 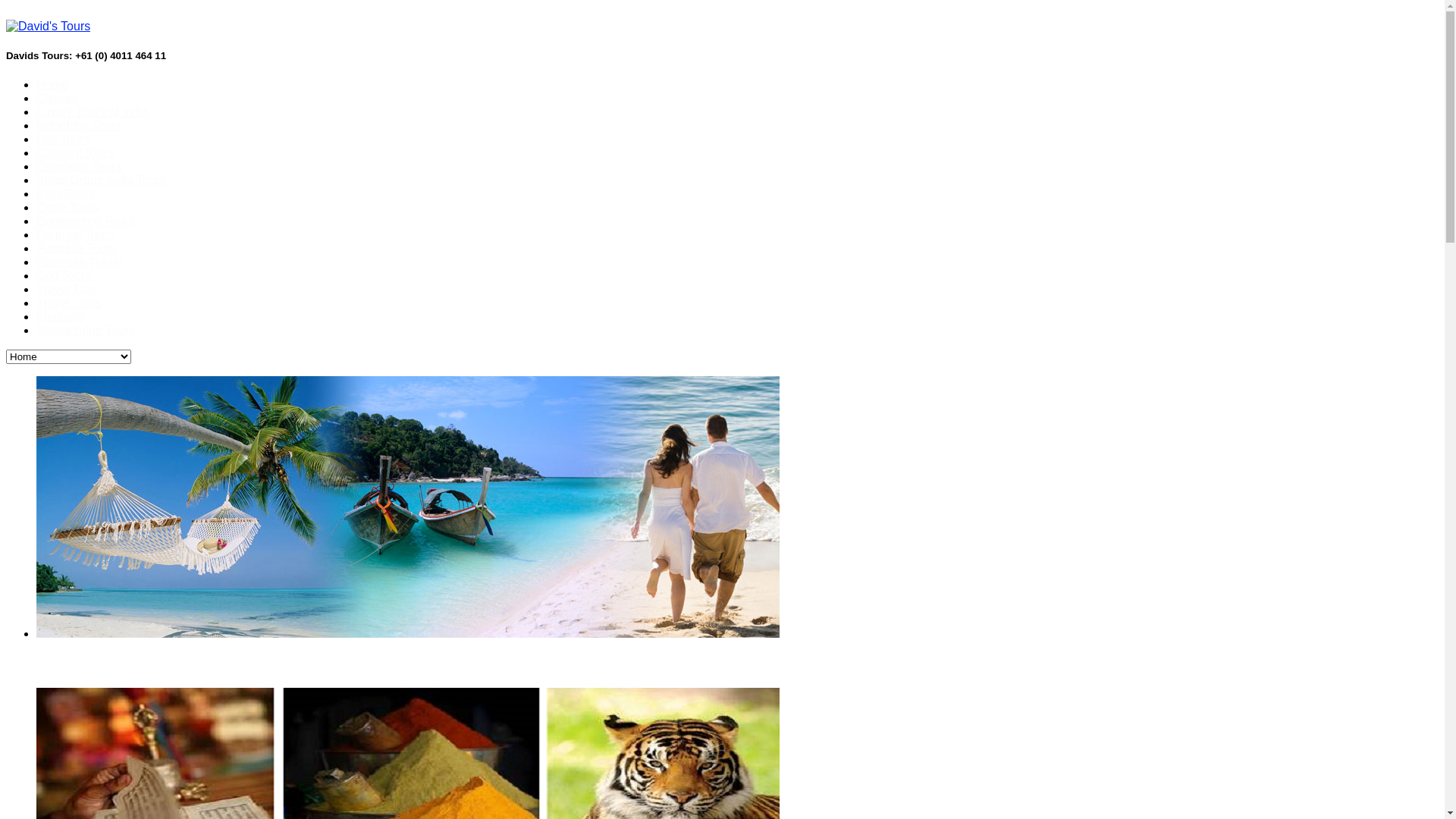 What do you see at coordinates (84, 221) in the screenshot?
I see `'Engineering Tours'` at bounding box center [84, 221].